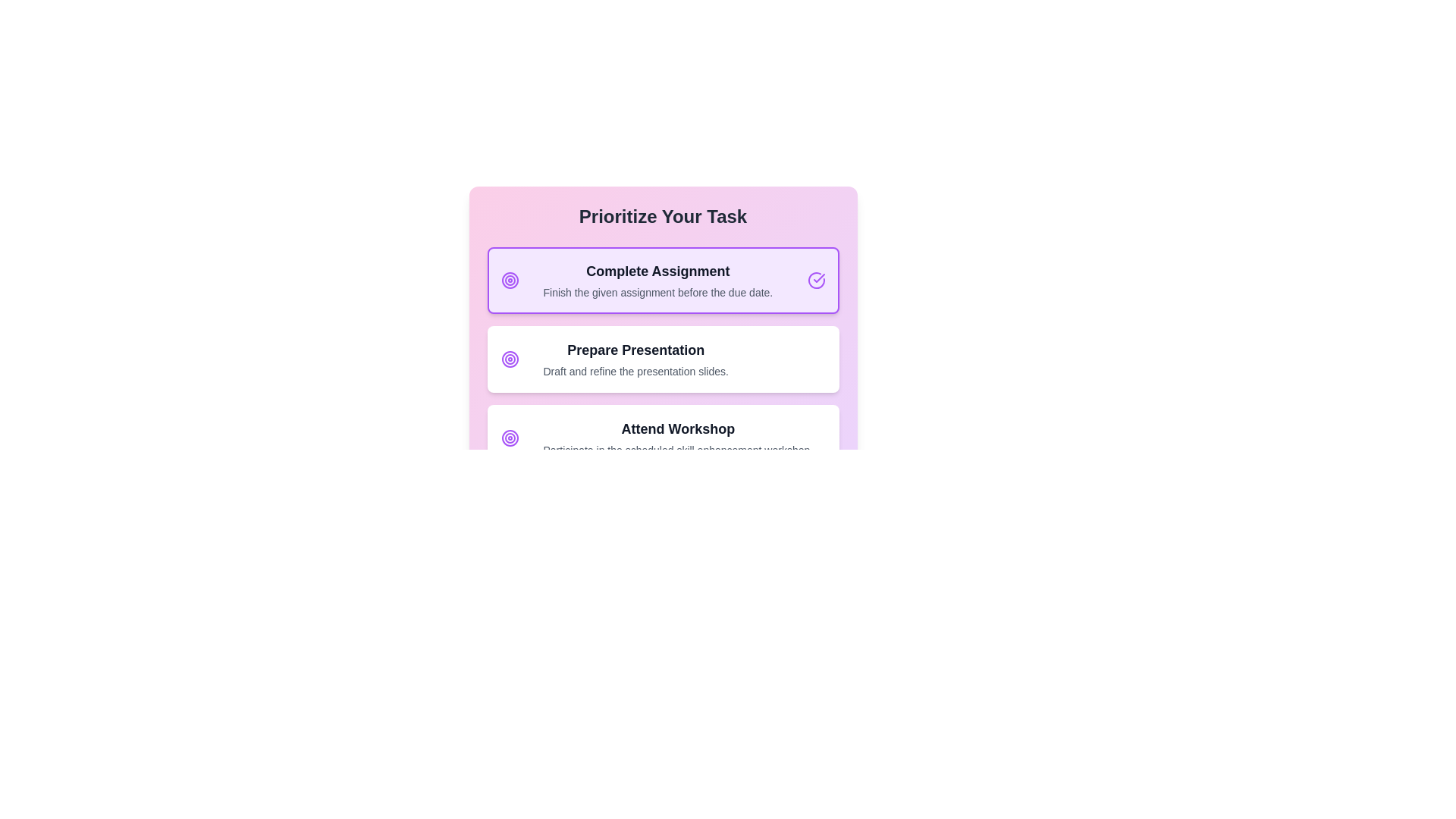 The height and width of the screenshot is (819, 1456). I want to click on displayed text on the Informational card titled 'Attend Workshop', which includes the description 'Participate in the scheduled skill enhancement workshop.', so click(677, 438).